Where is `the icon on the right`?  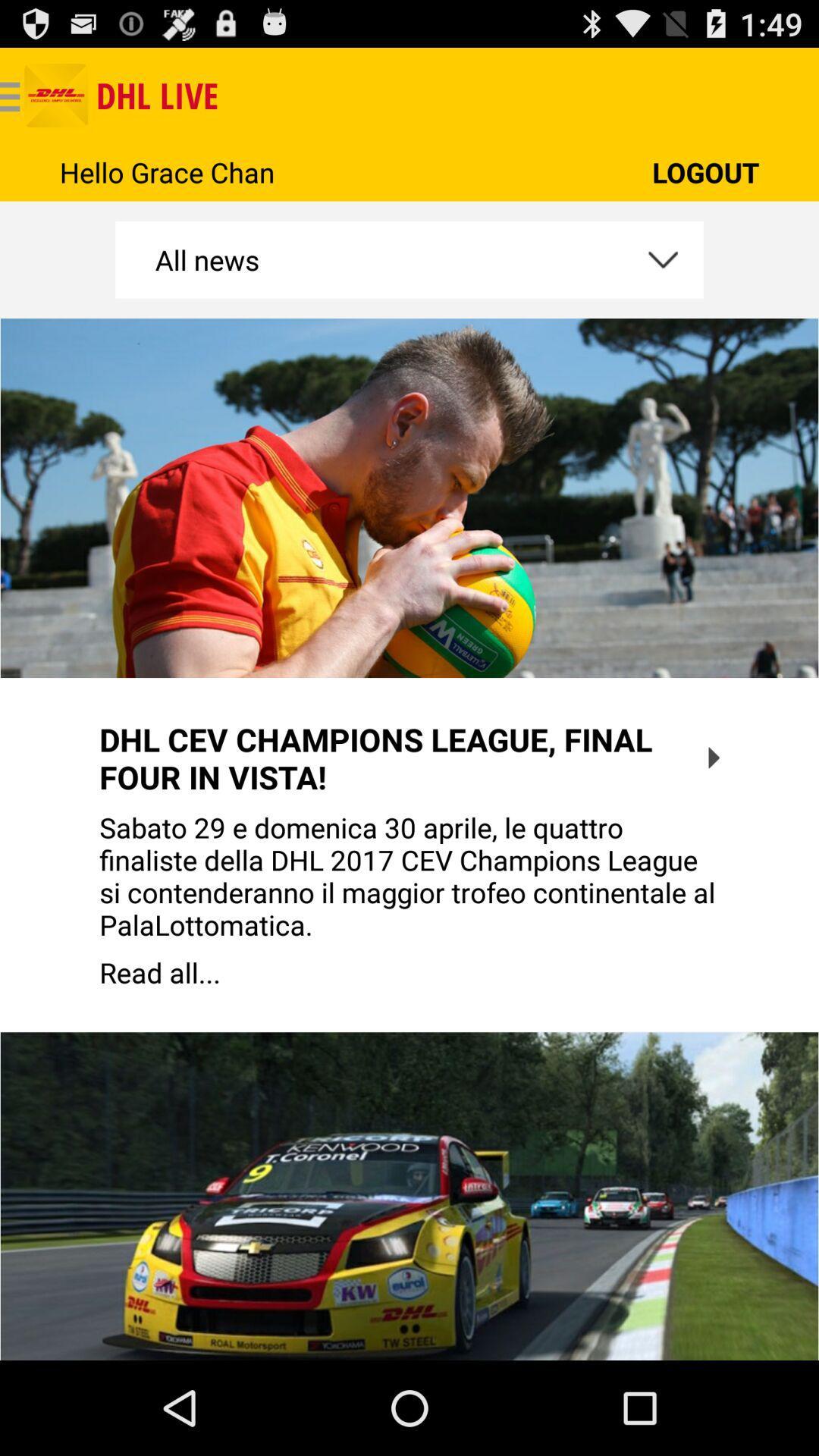
the icon on the right is located at coordinates (714, 758).